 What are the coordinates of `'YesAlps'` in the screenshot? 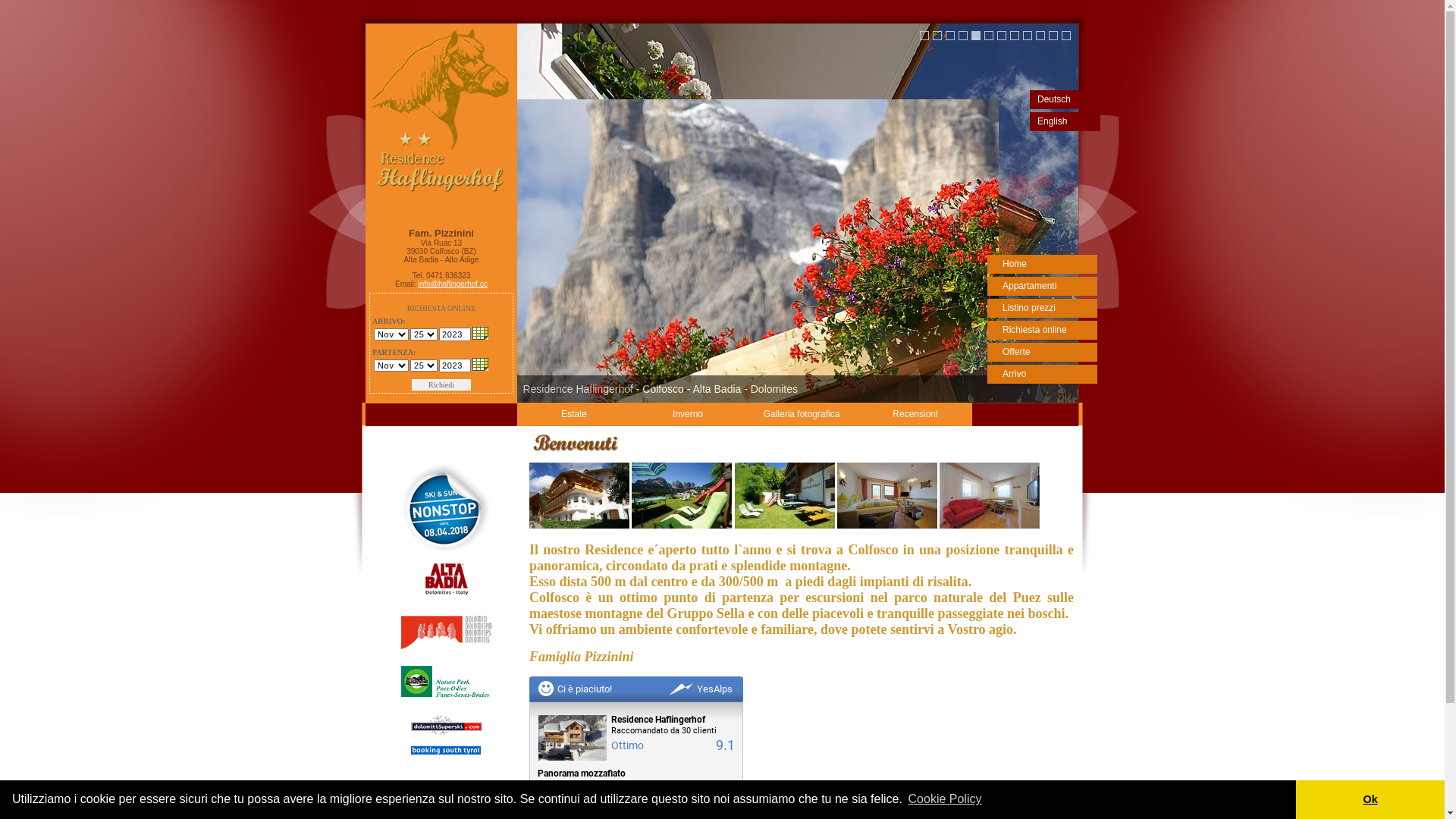 It's located at (700, 689).